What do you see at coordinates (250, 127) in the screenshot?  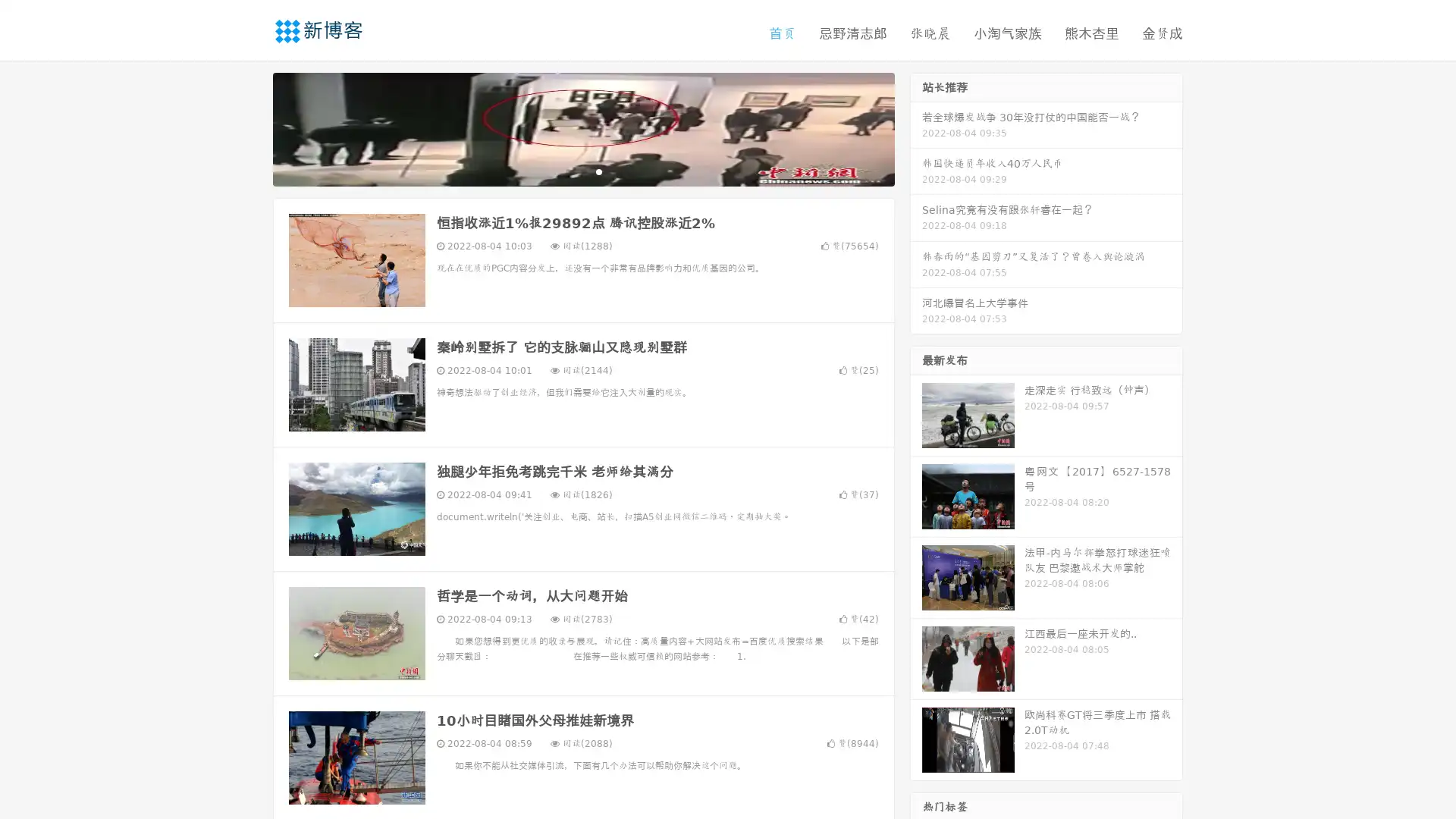 I see `Previous slide` at bounding box center [250, 127].